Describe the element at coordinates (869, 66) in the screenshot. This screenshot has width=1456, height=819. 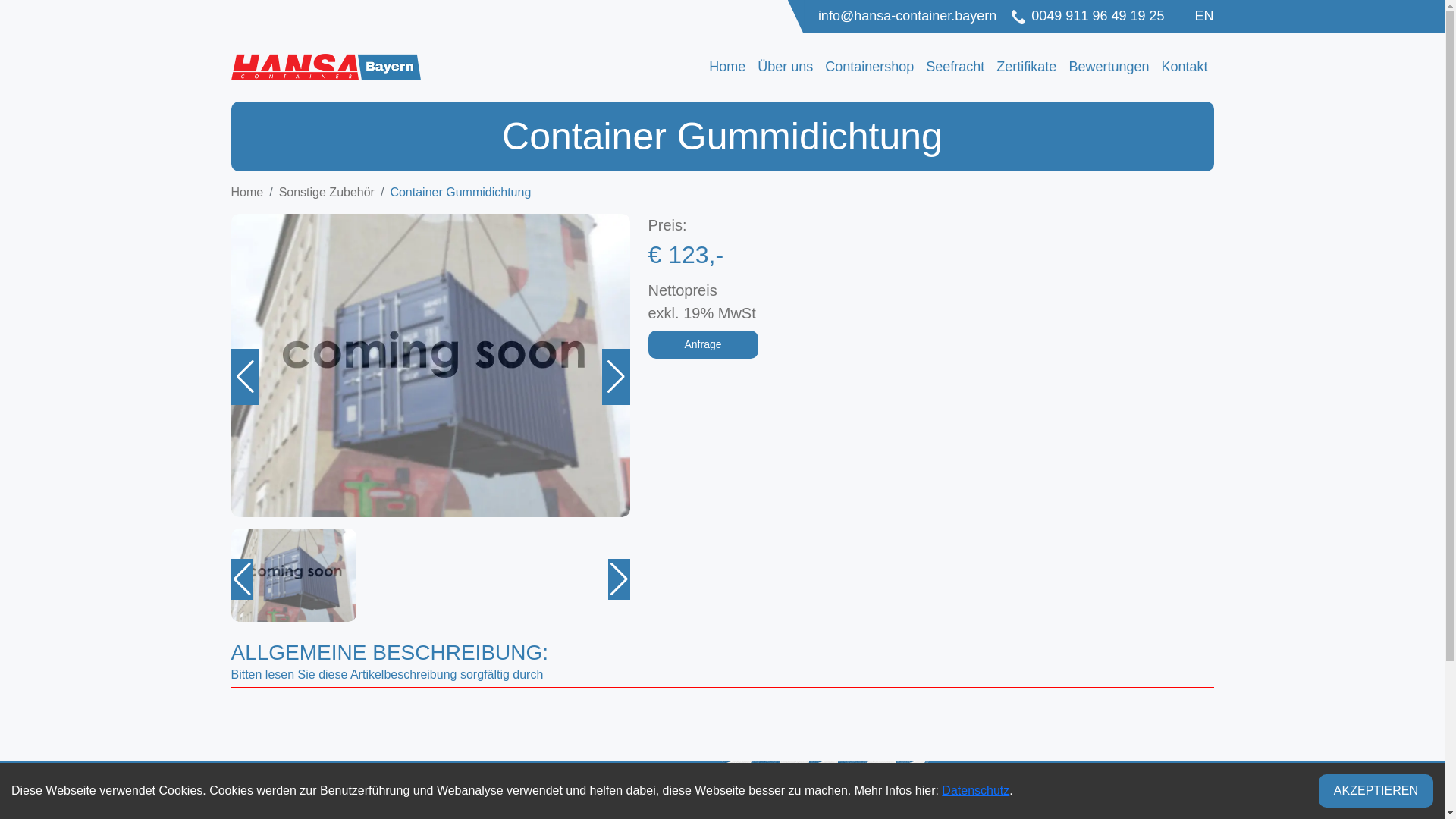
I see `'Containershop'` at that location.